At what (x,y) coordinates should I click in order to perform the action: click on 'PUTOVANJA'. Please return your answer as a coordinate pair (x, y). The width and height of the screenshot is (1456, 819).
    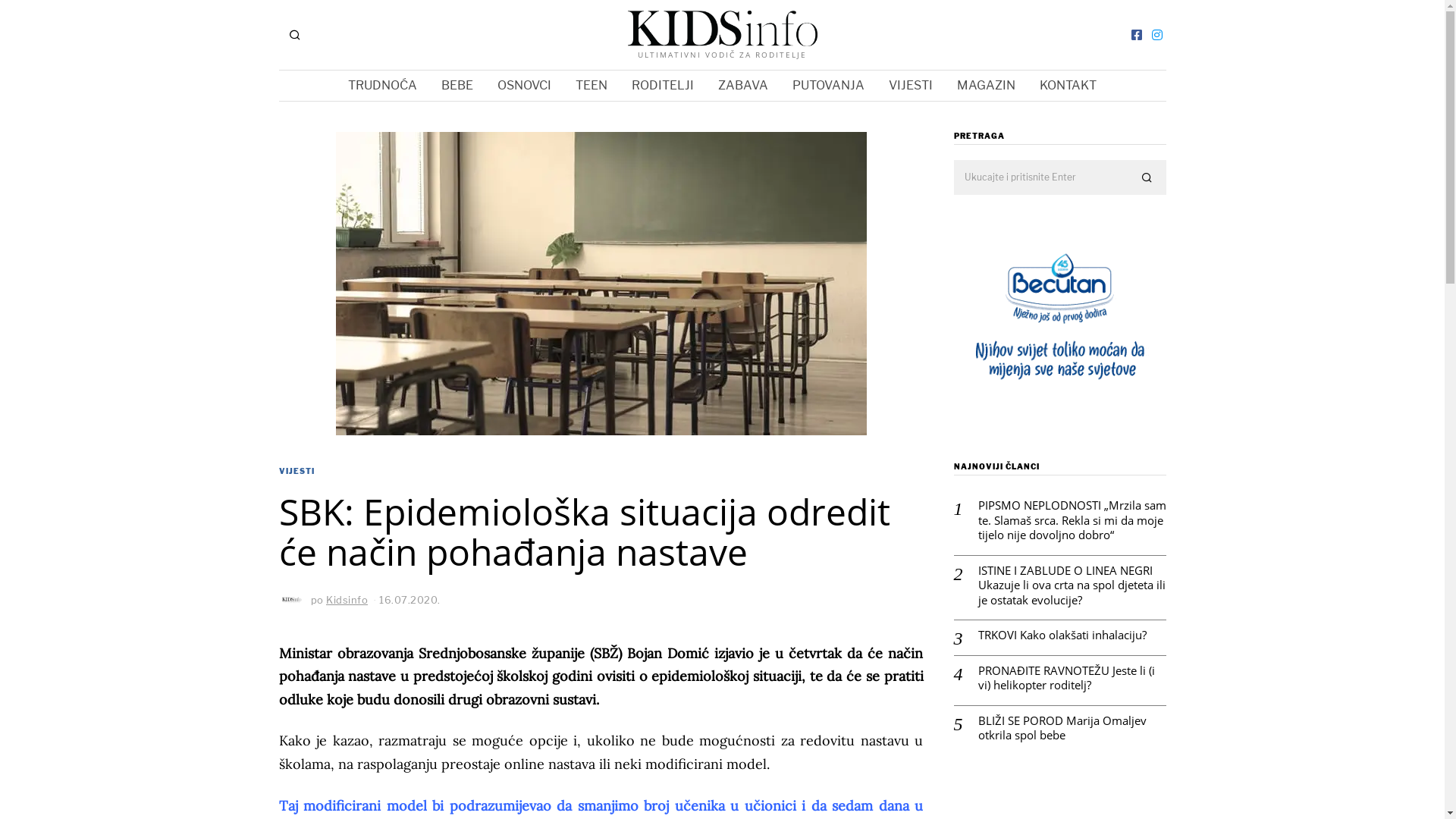
    Looking at the image, I should click on (782, 85).